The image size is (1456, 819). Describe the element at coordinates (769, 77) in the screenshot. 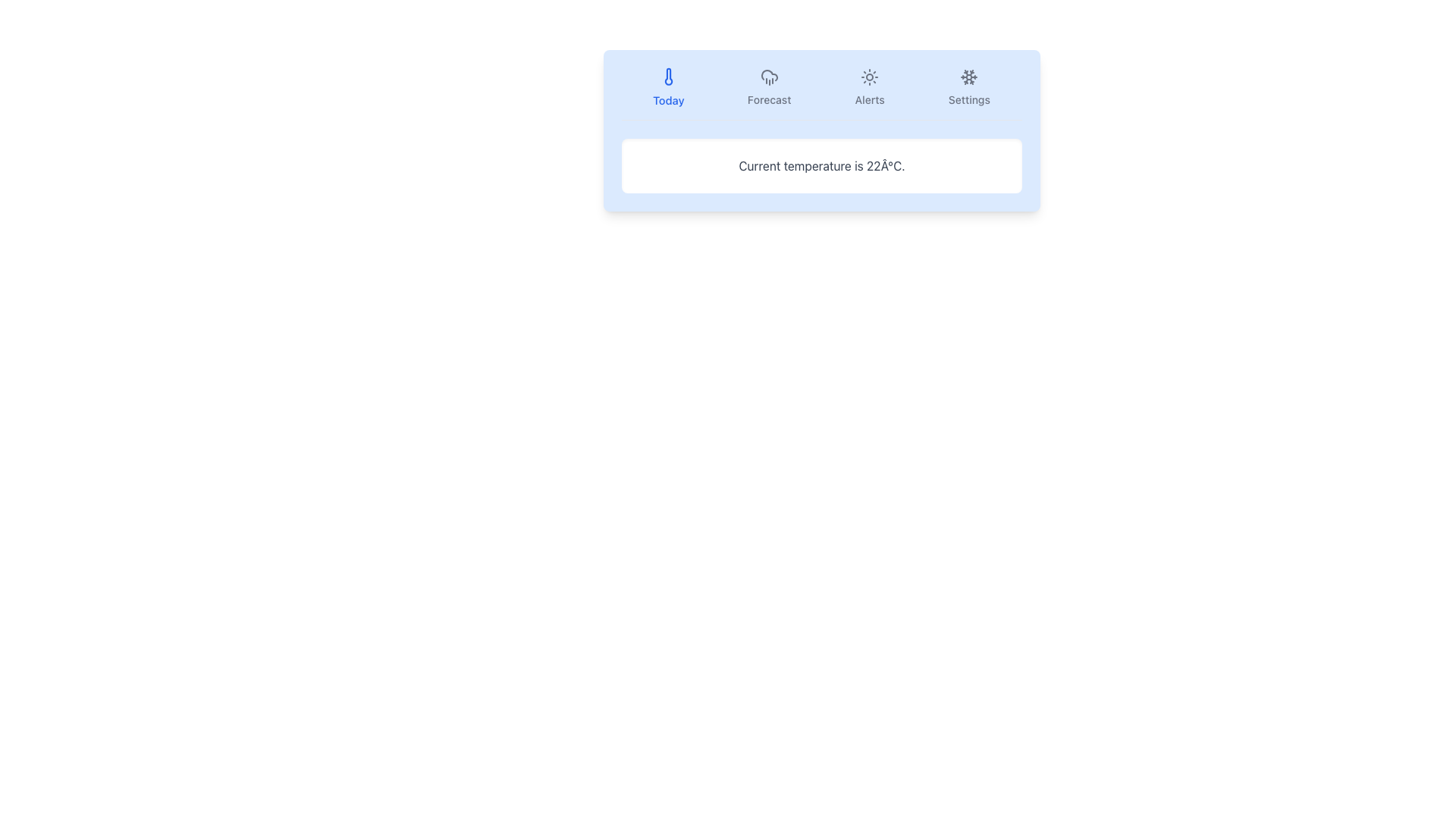

I see `the 'Forecast' vector icon in the header menu` at that location.